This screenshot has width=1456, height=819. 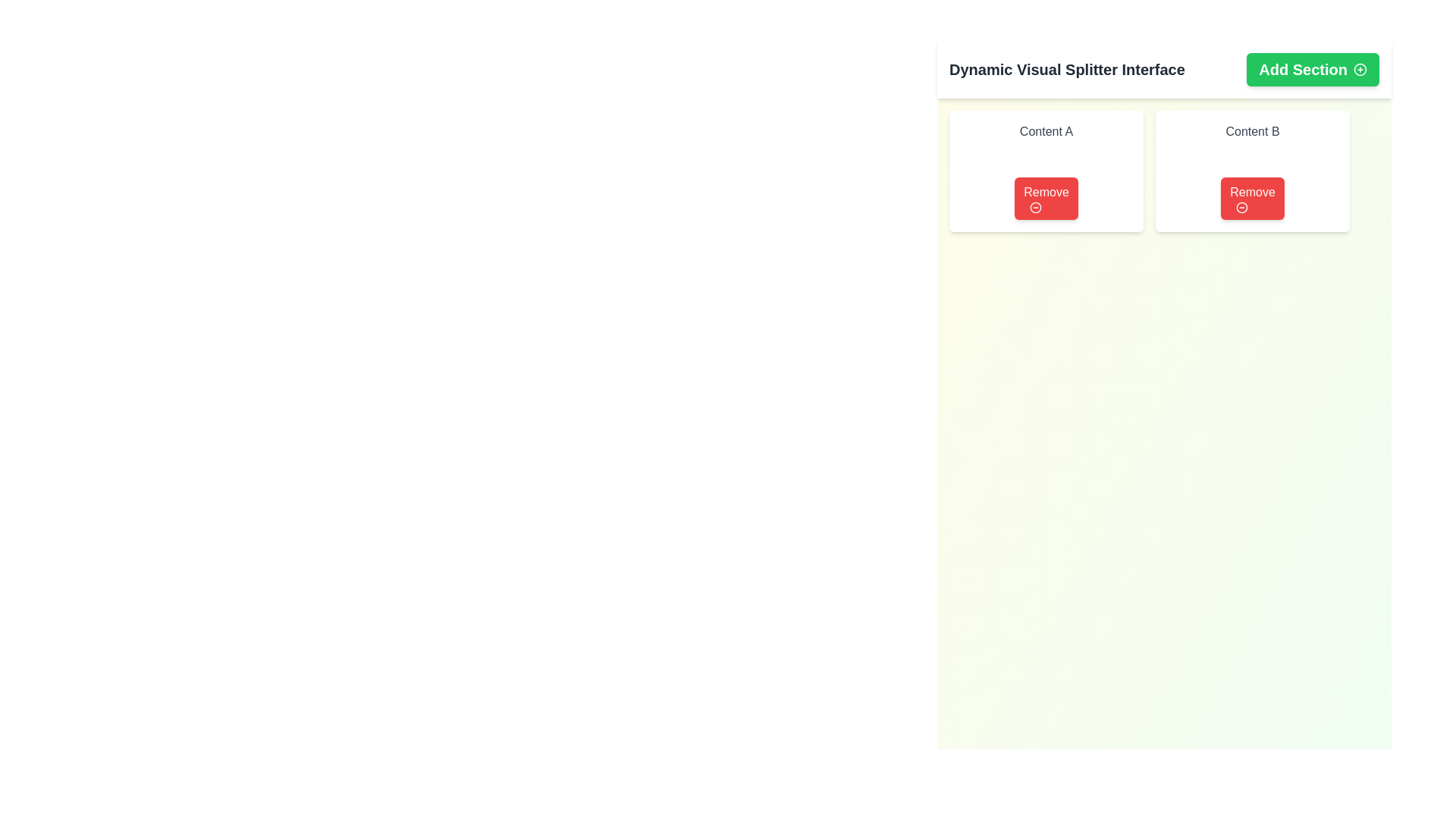 I want to click on the circular red outlined icon with a minus sign inside the 'Remove' button in the 'Content A' section, so click(x=1035, y=207).